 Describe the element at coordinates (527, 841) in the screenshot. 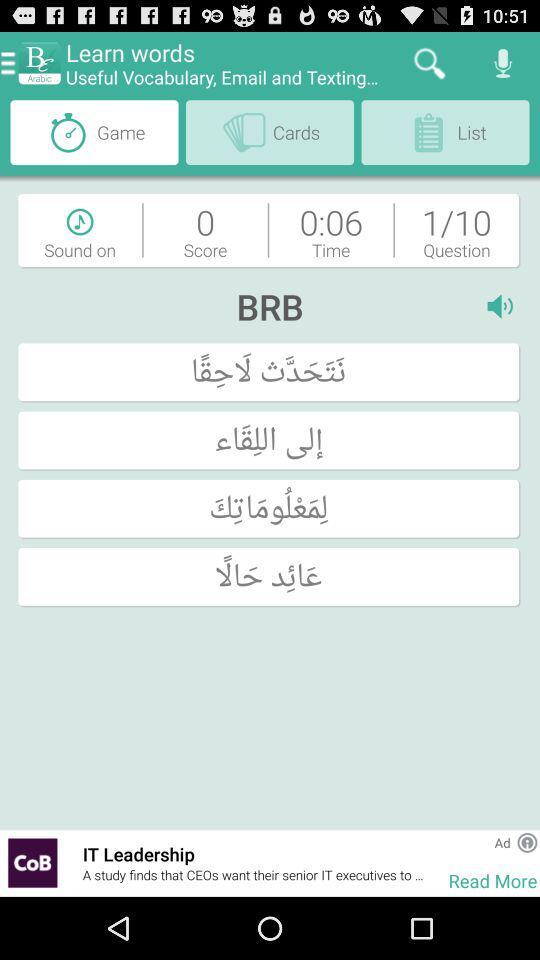

I see `info about advertisement` at that location.